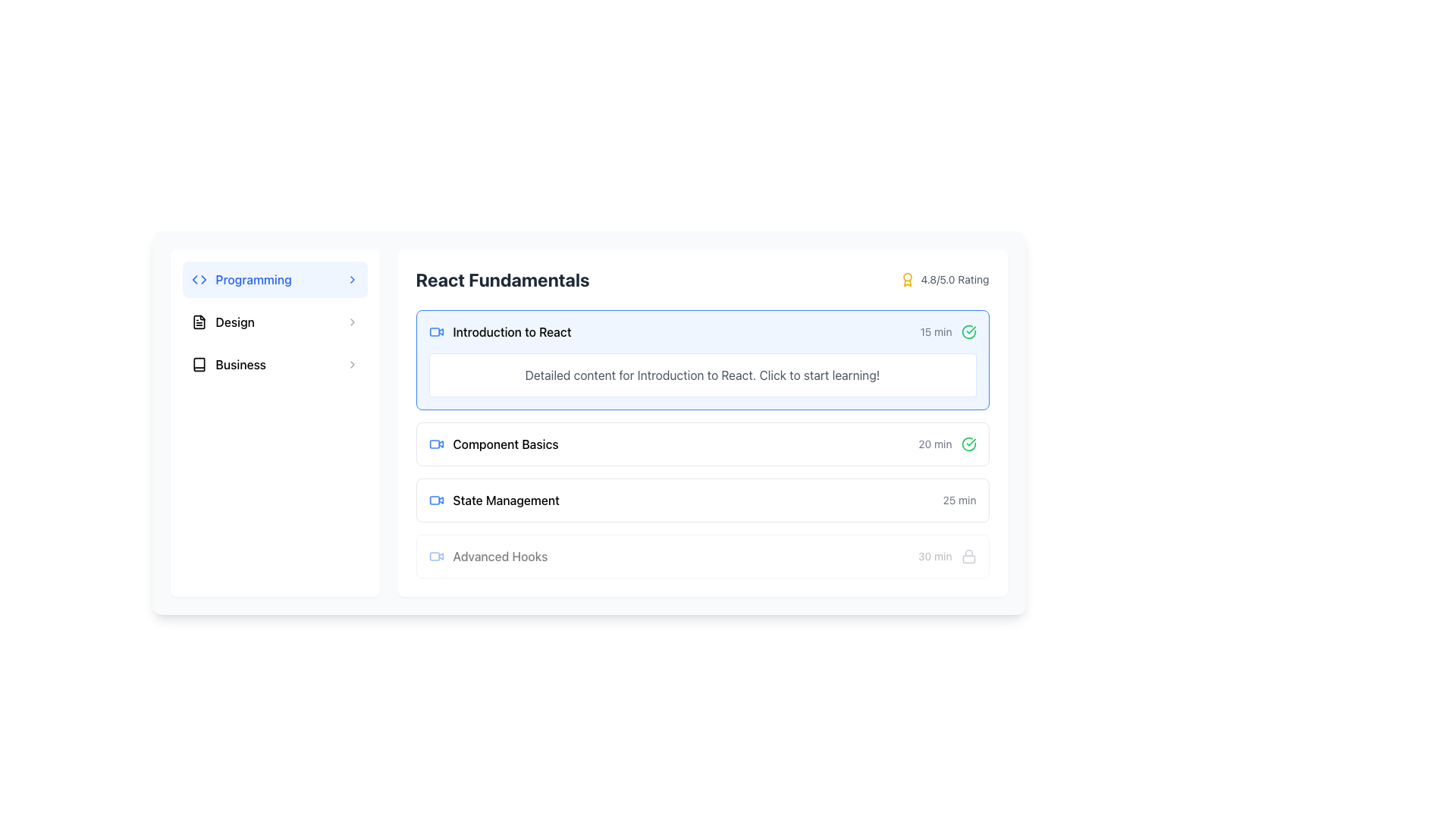  I want to click on the text label that displays the user rating or score for the 'React Fundamentals' section, located at the top-right corner of the section, next to a medal icon, so click(954, 280).